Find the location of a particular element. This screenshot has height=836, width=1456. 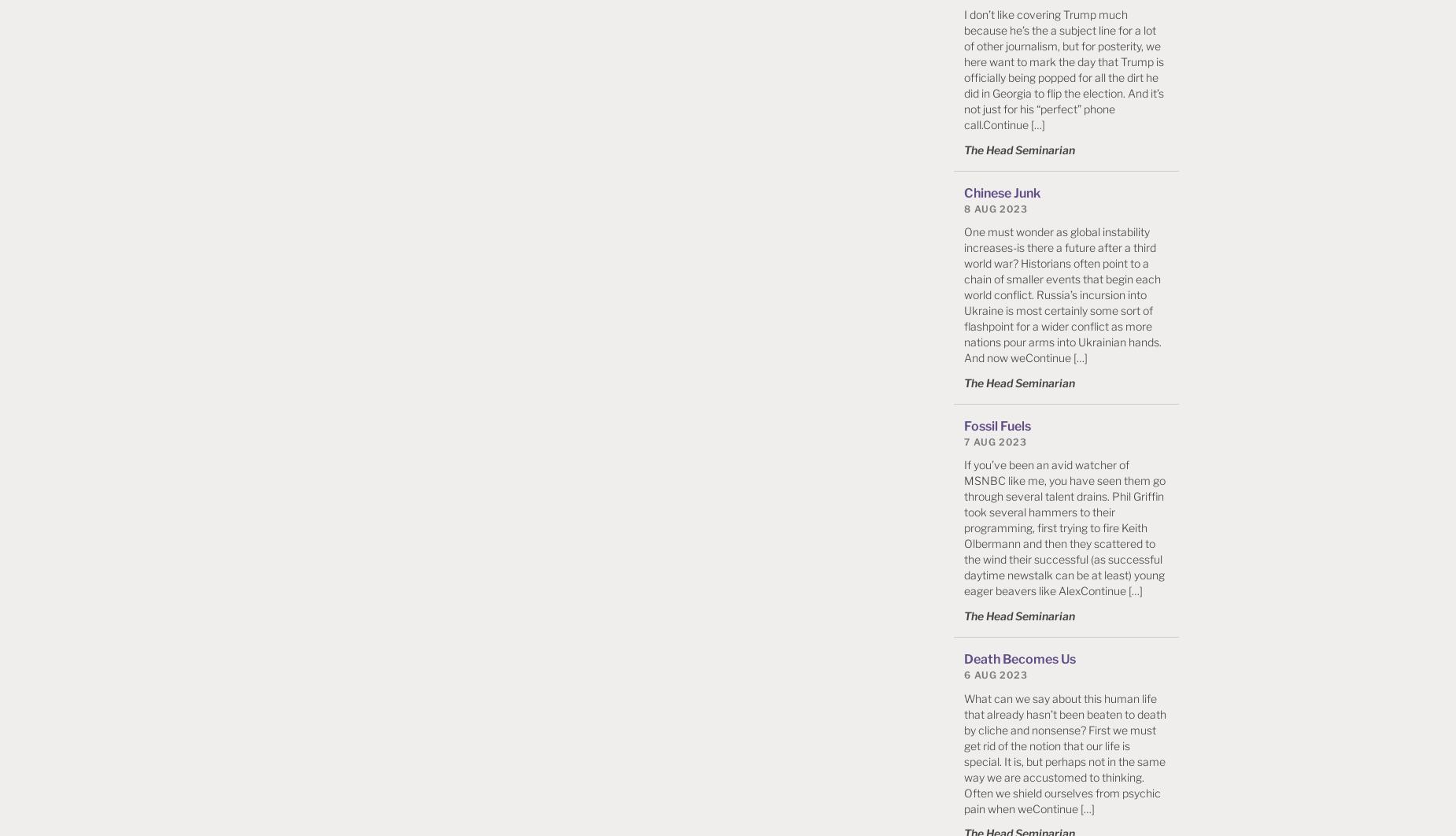

'One must wonder as global instability increases-is there a future after a third world war? Historians often point to a chain of smaller events that begin each world conflict. Russia’s incursion into Ukraine is most certainly some sort of flashpoint for a wider conflict as more nations pour arms into Ukrainian hands. And now weContinue […]' is located at coordinates (963, 294).